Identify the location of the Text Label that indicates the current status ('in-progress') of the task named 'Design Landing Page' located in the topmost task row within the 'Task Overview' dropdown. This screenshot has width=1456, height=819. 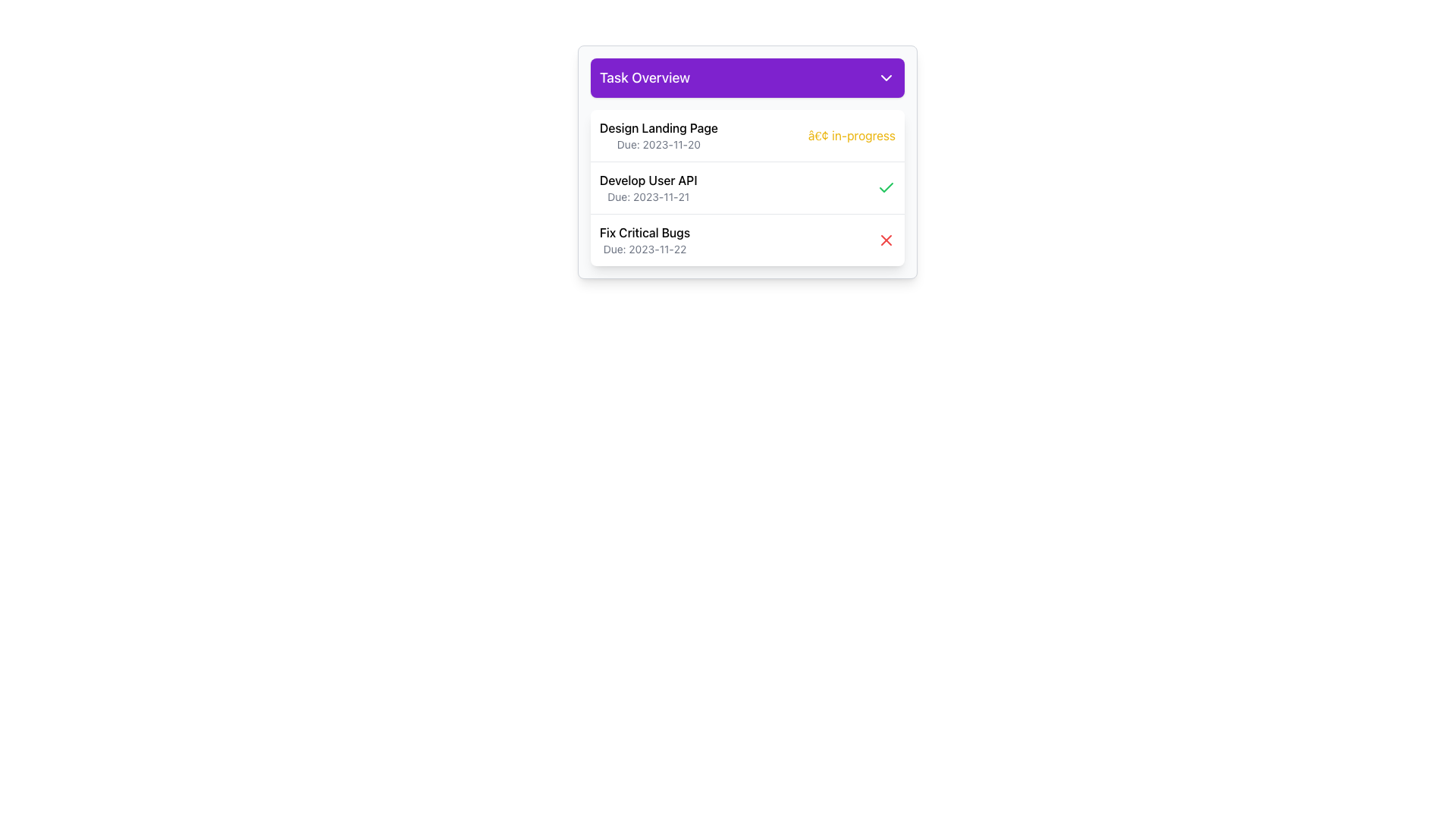
(852, 134).